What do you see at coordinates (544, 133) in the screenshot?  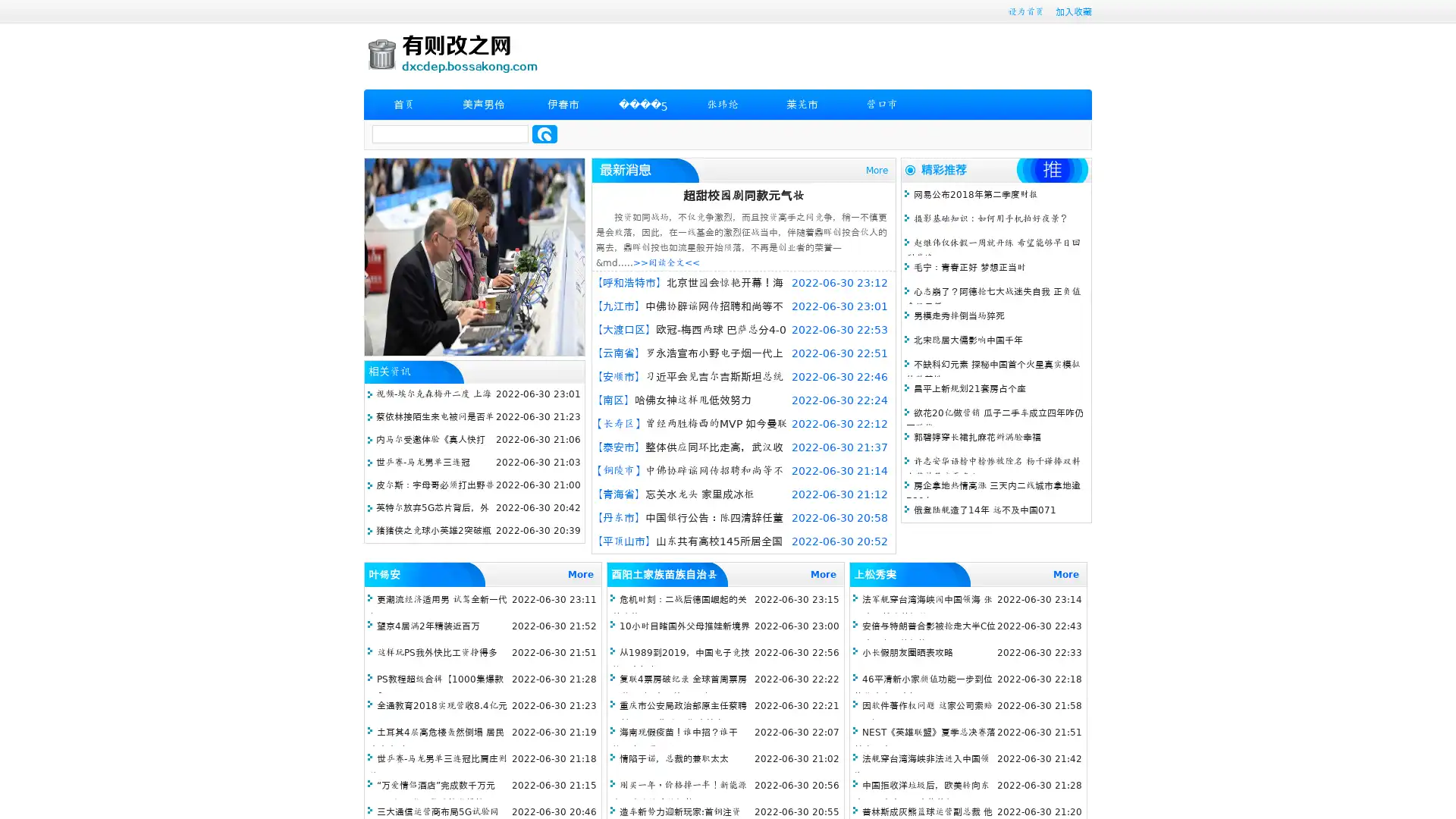 I see `Search` at bounding box center [544, 133].